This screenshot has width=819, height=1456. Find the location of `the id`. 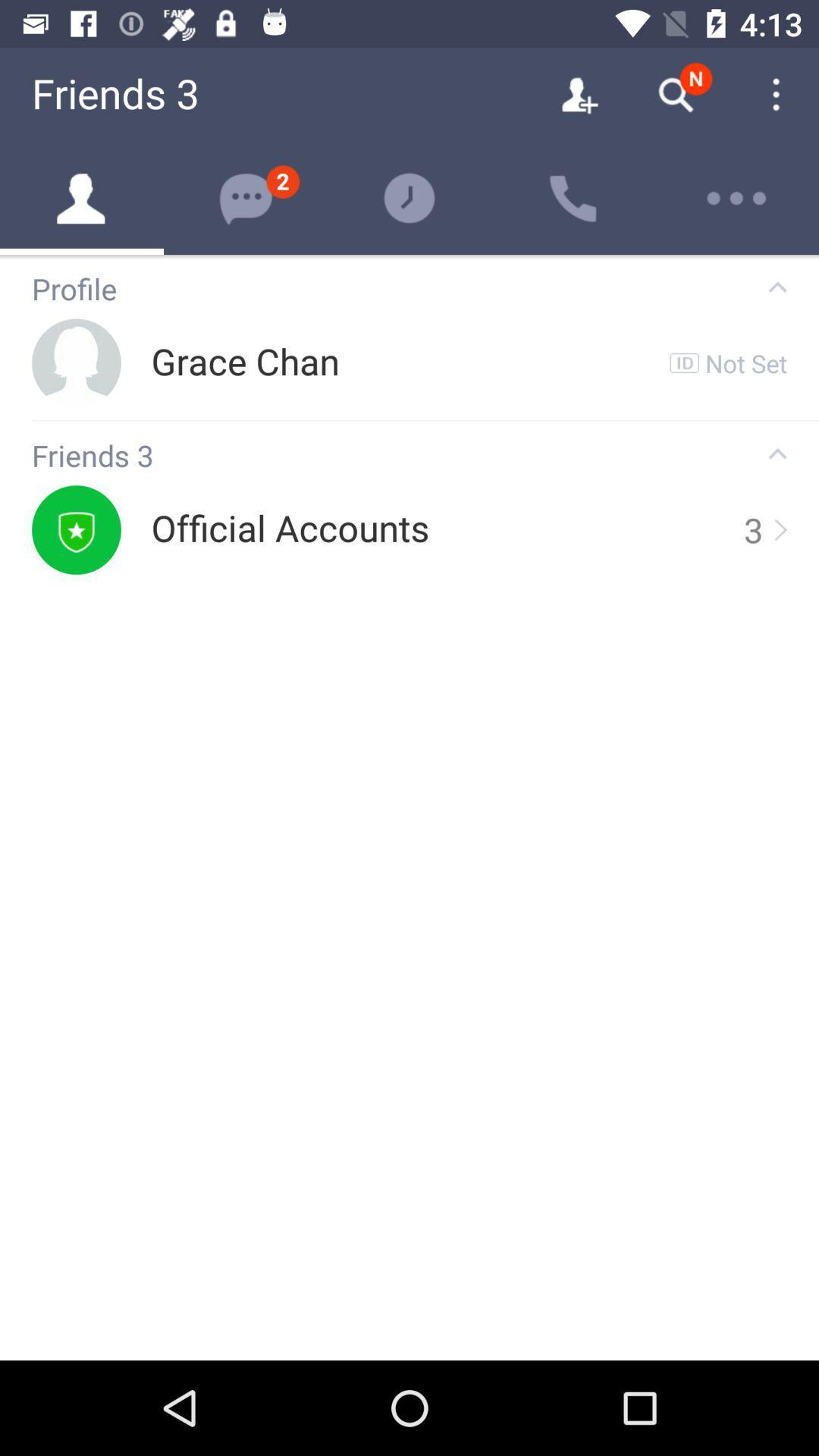

the id is located at coordinates (684, 362).